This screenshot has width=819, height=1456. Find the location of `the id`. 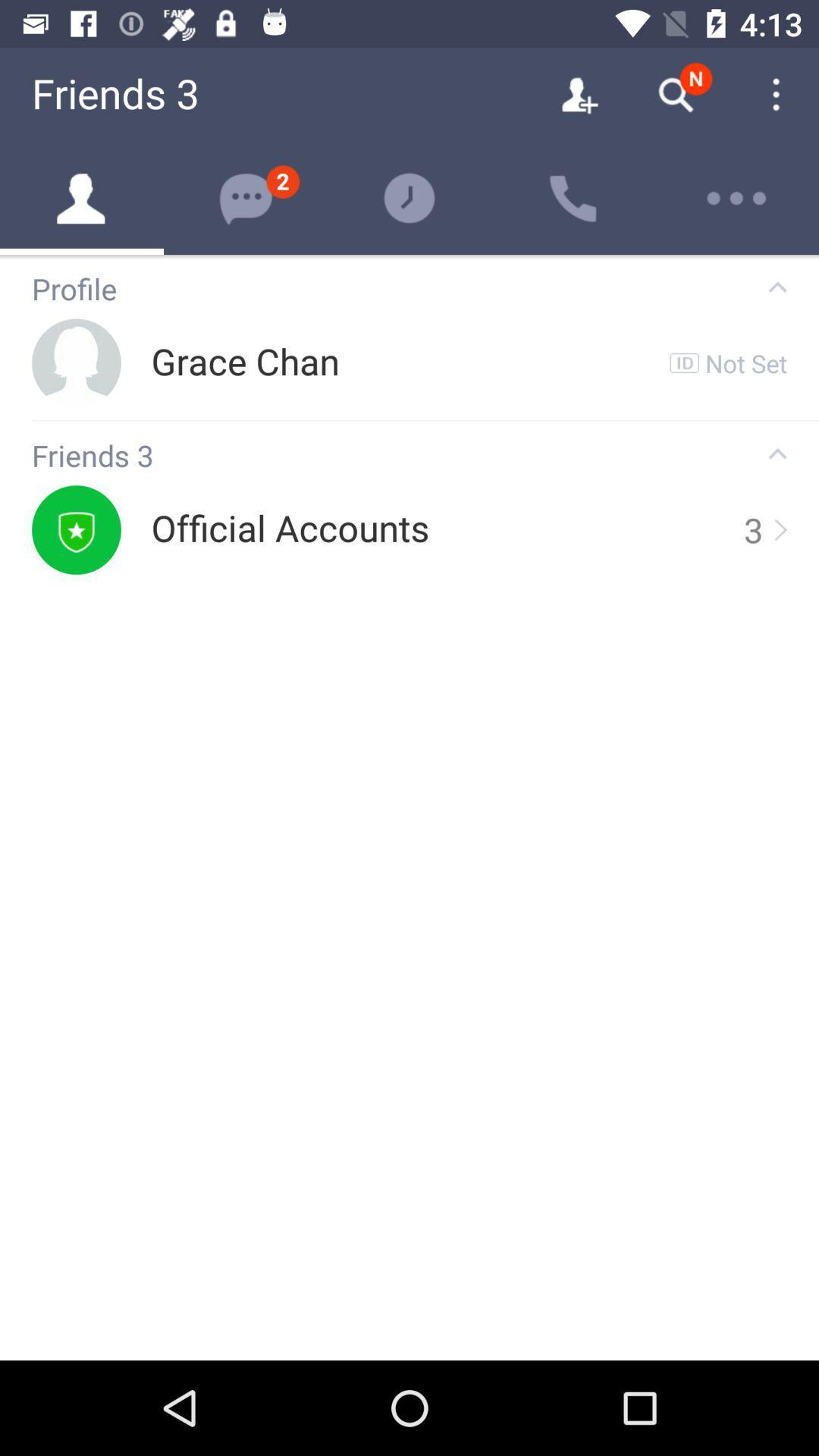

the id is located at coordinates (684, 362).